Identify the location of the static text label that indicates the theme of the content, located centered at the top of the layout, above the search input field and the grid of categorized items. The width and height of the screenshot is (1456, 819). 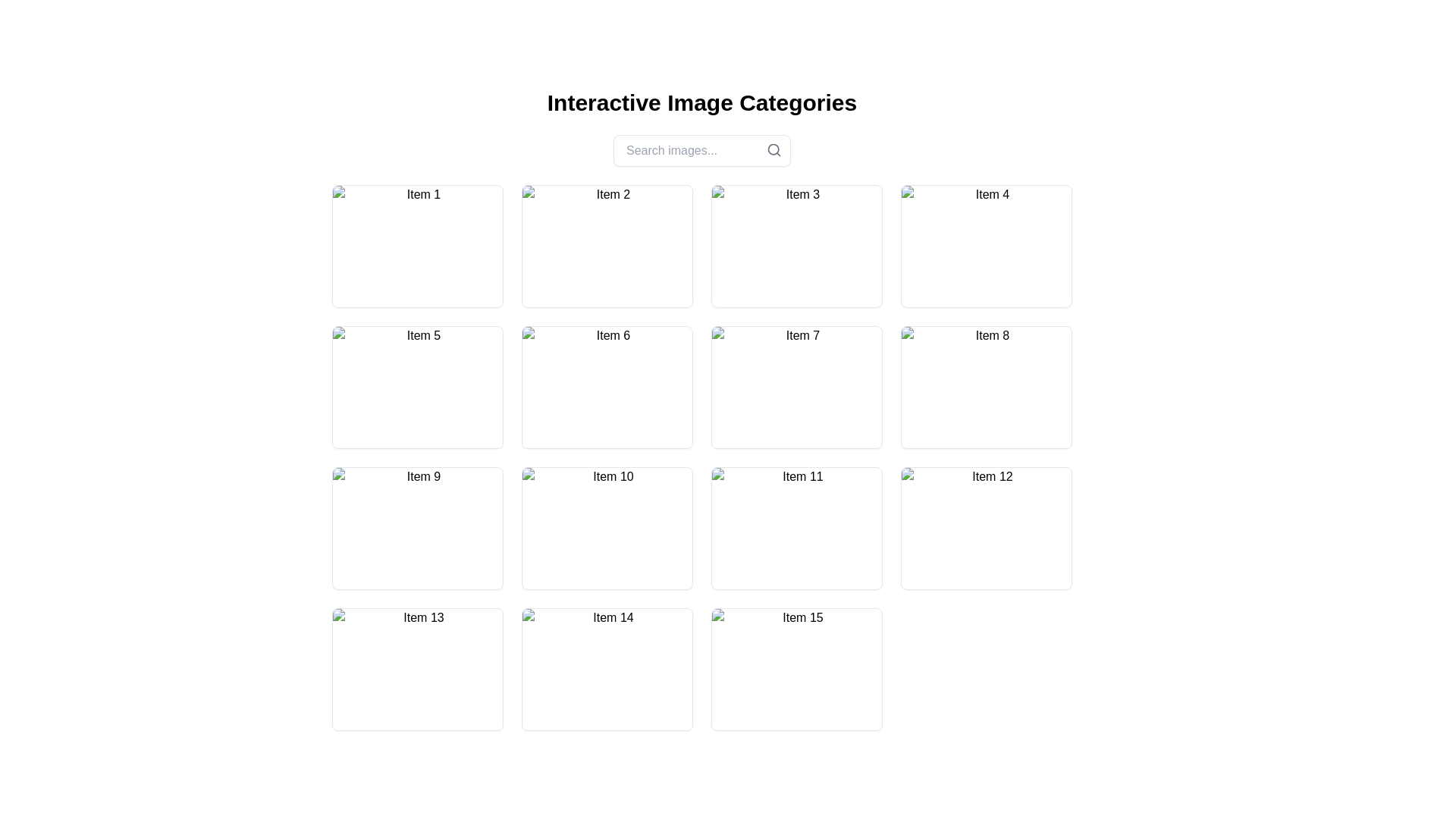
(701, 102).